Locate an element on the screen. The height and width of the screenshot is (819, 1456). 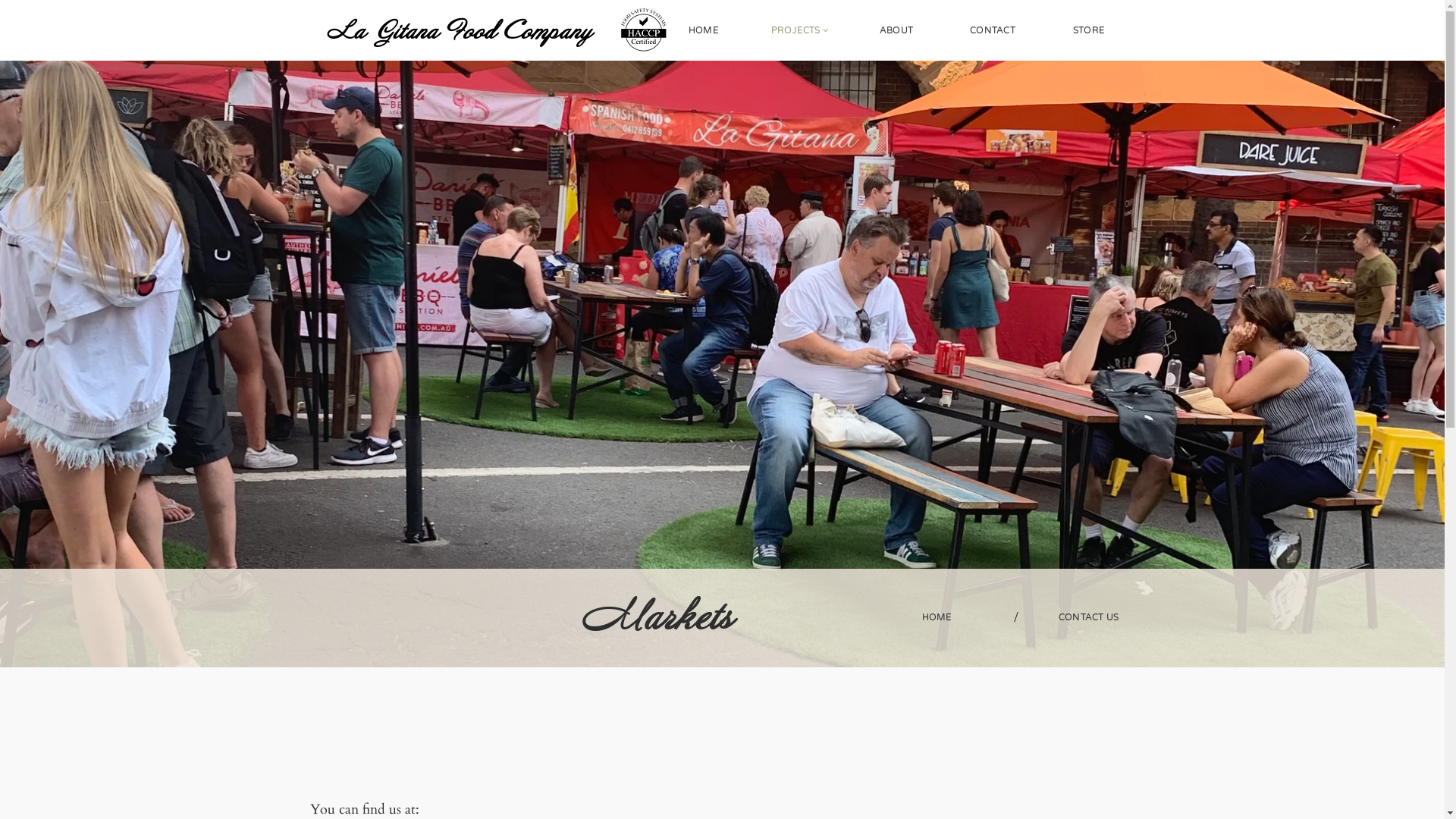
'ABOUT' is located at coordinates (896, 30).